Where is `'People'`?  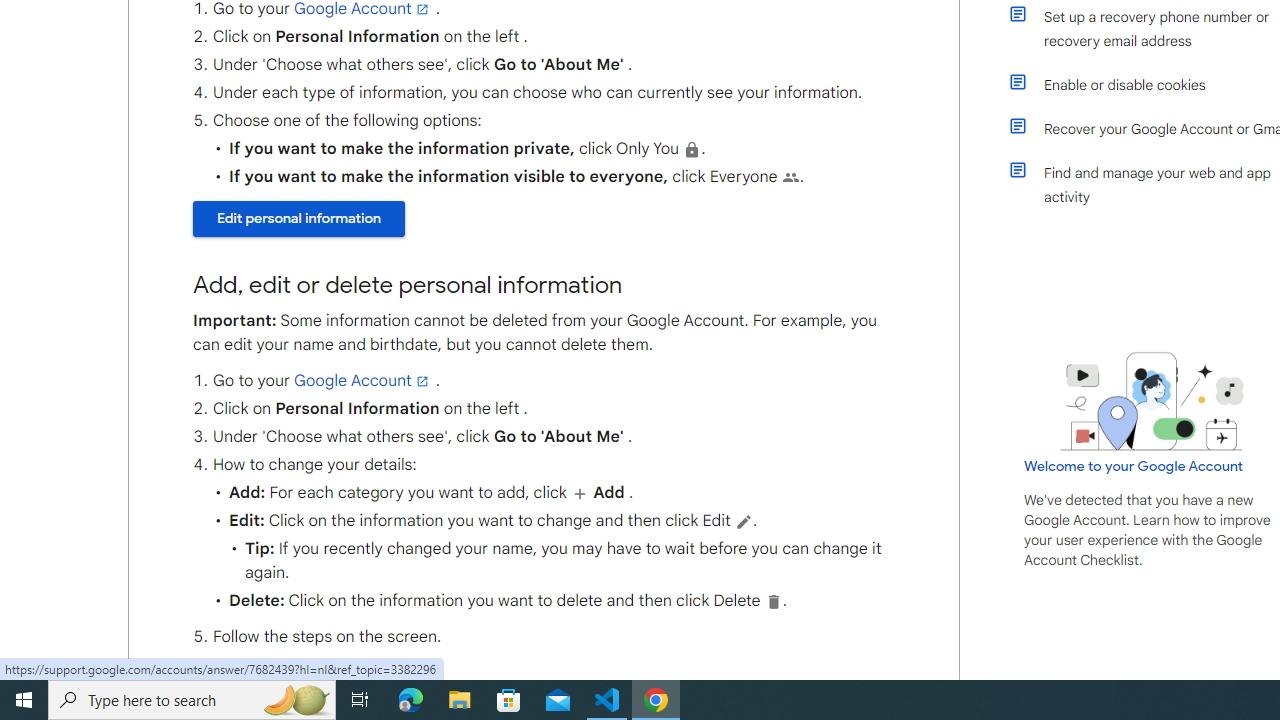
'People' is located at coordinates (789, 176).